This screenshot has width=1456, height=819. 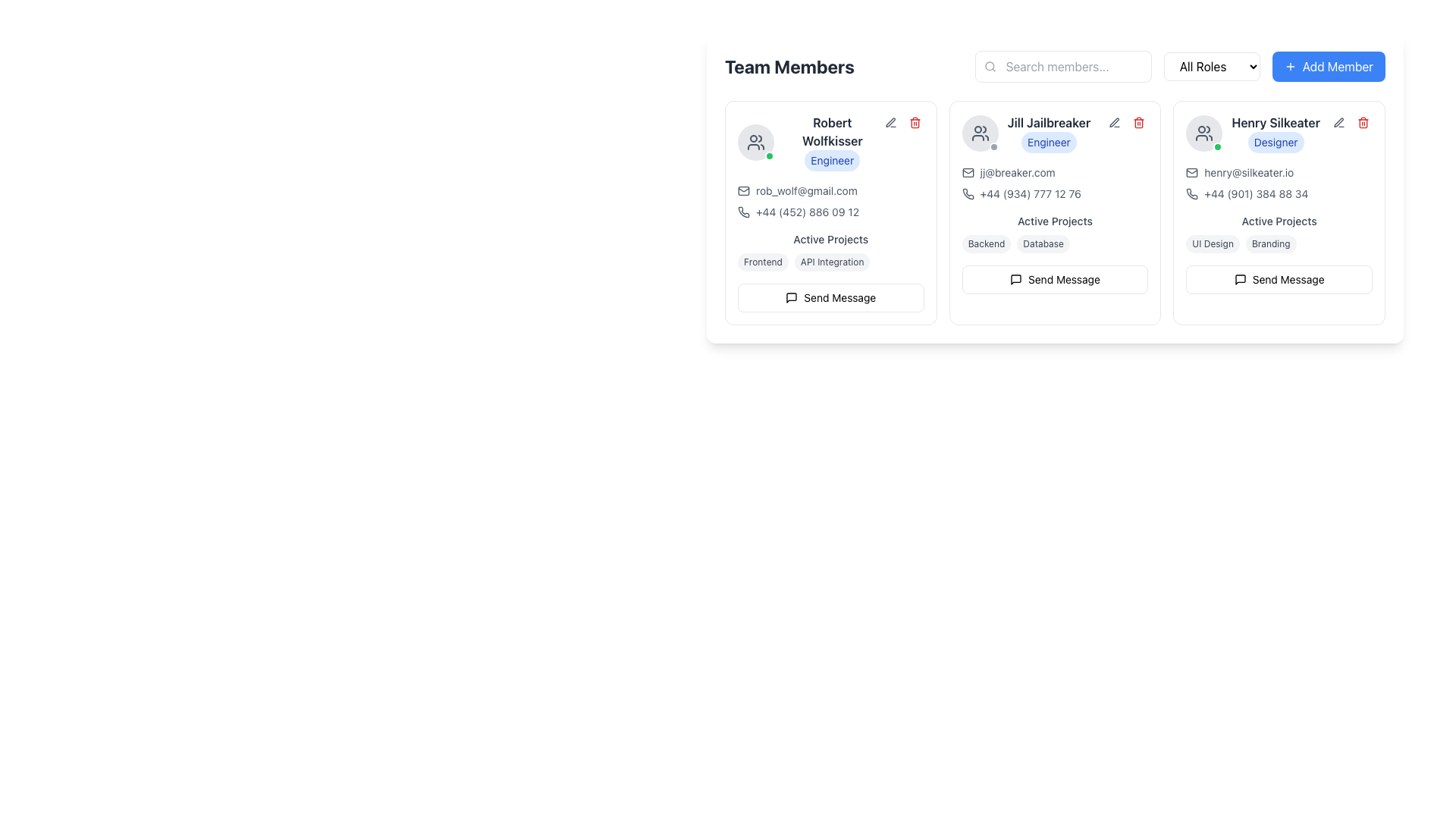 What do you see at coordinates (1139, 122) in the screenshot?
I see `the delete button located in the top-right corner of the second user profile card for Jill Jailbreaker to initiate the deletion action` at bounding box center [1139, 122].